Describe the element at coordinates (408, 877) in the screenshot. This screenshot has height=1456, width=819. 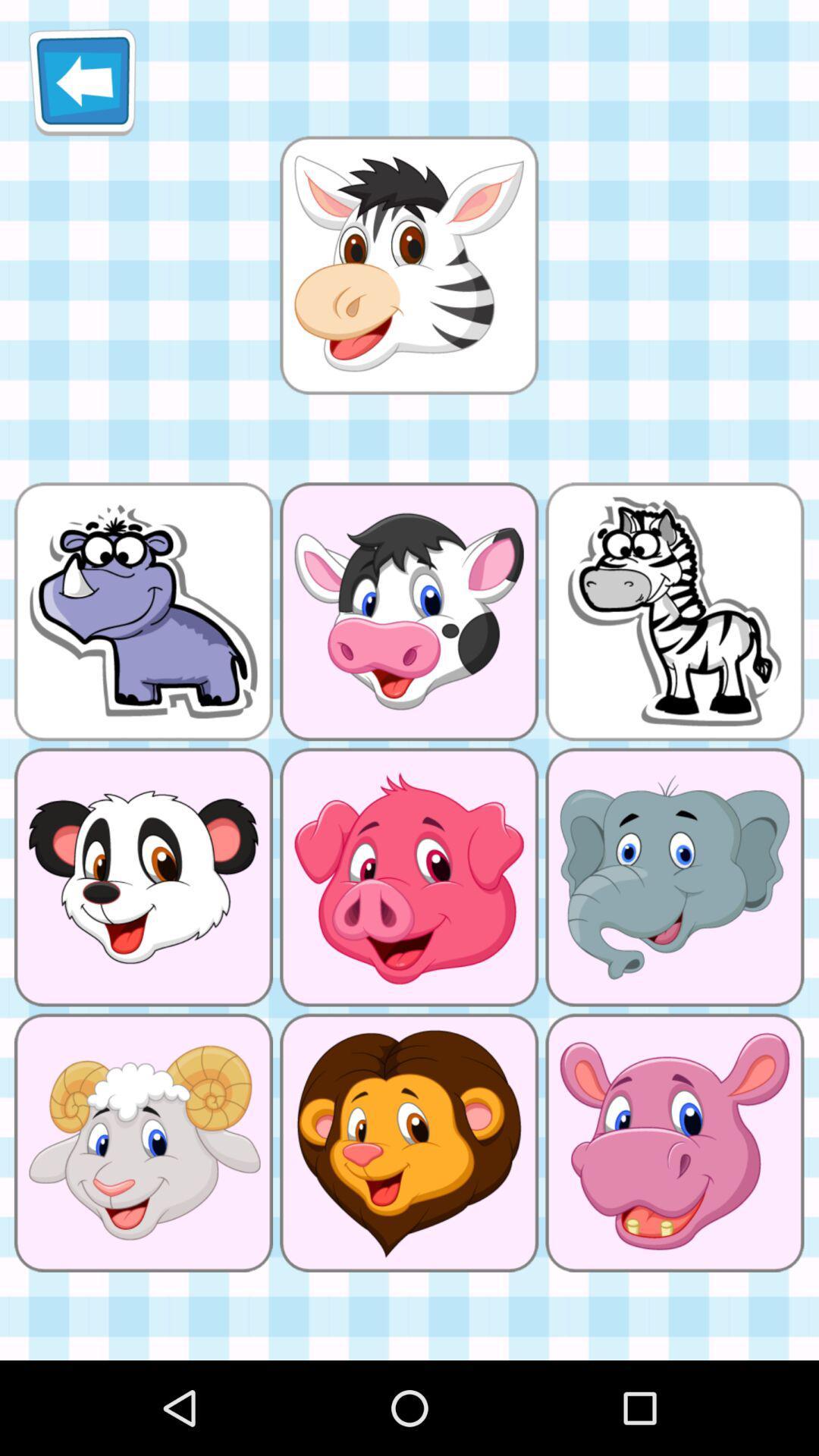
I see `the middle image which is surrounded by other images` at that location.